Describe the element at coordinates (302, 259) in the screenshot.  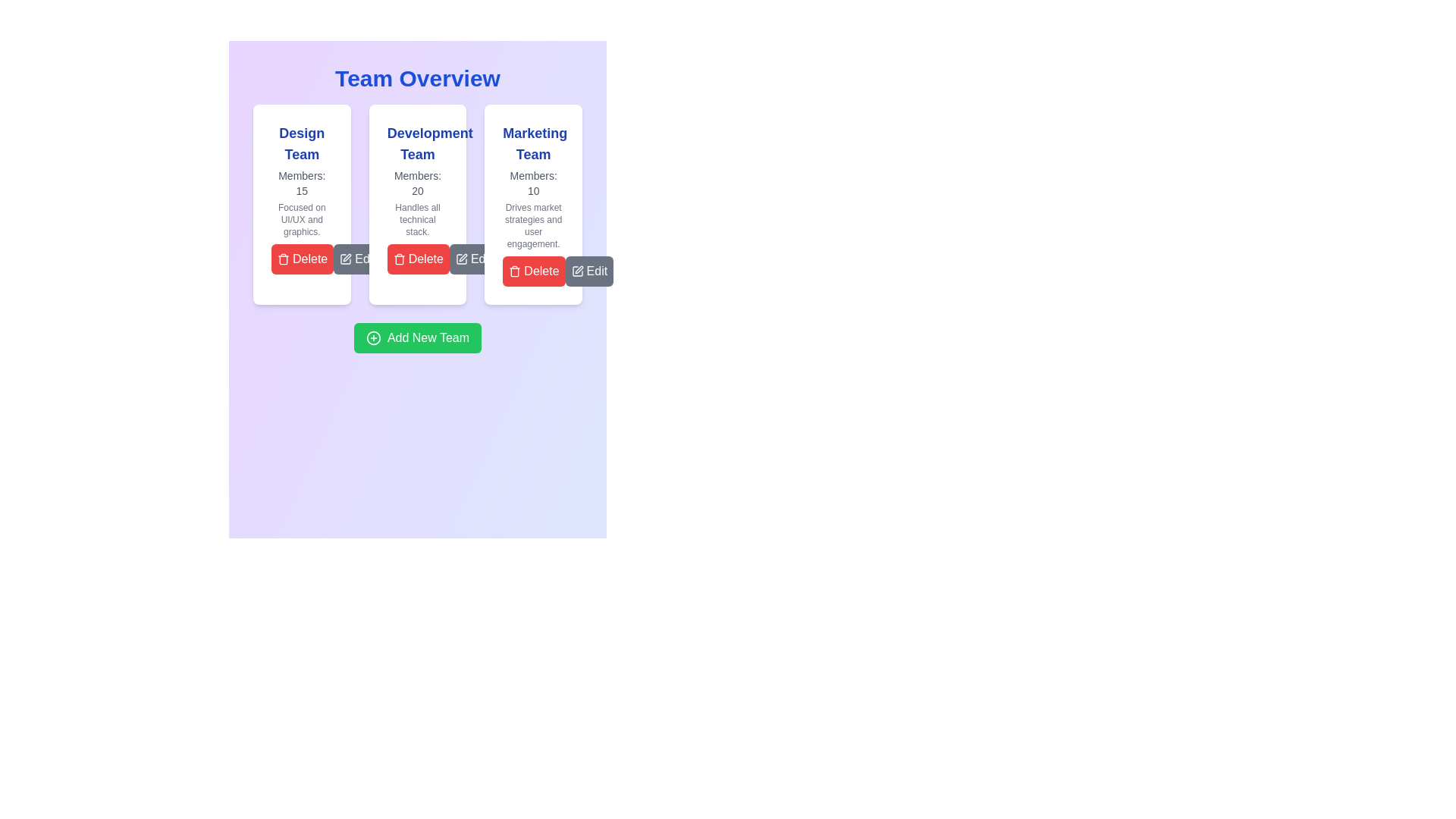
I see `the red rectangular 'Delete' button with a trash can icon located within the 'Design Team' card` at that location.